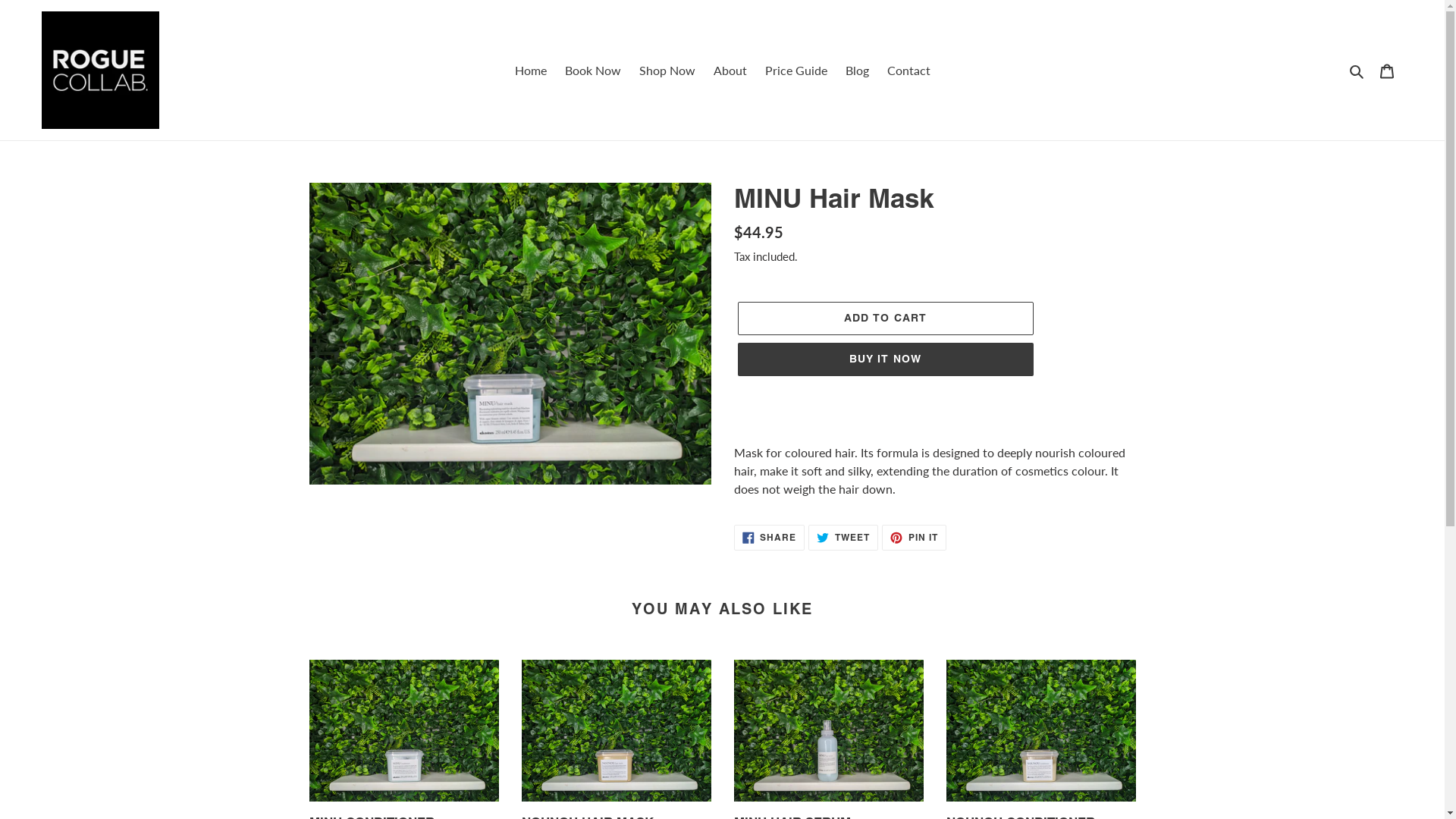 This screenshot has height=819, width=1456. What do you see at coordinates (736, 359) in the screenshot?
I see `'BUY IT NOW'` at bounding box center [736, 359].